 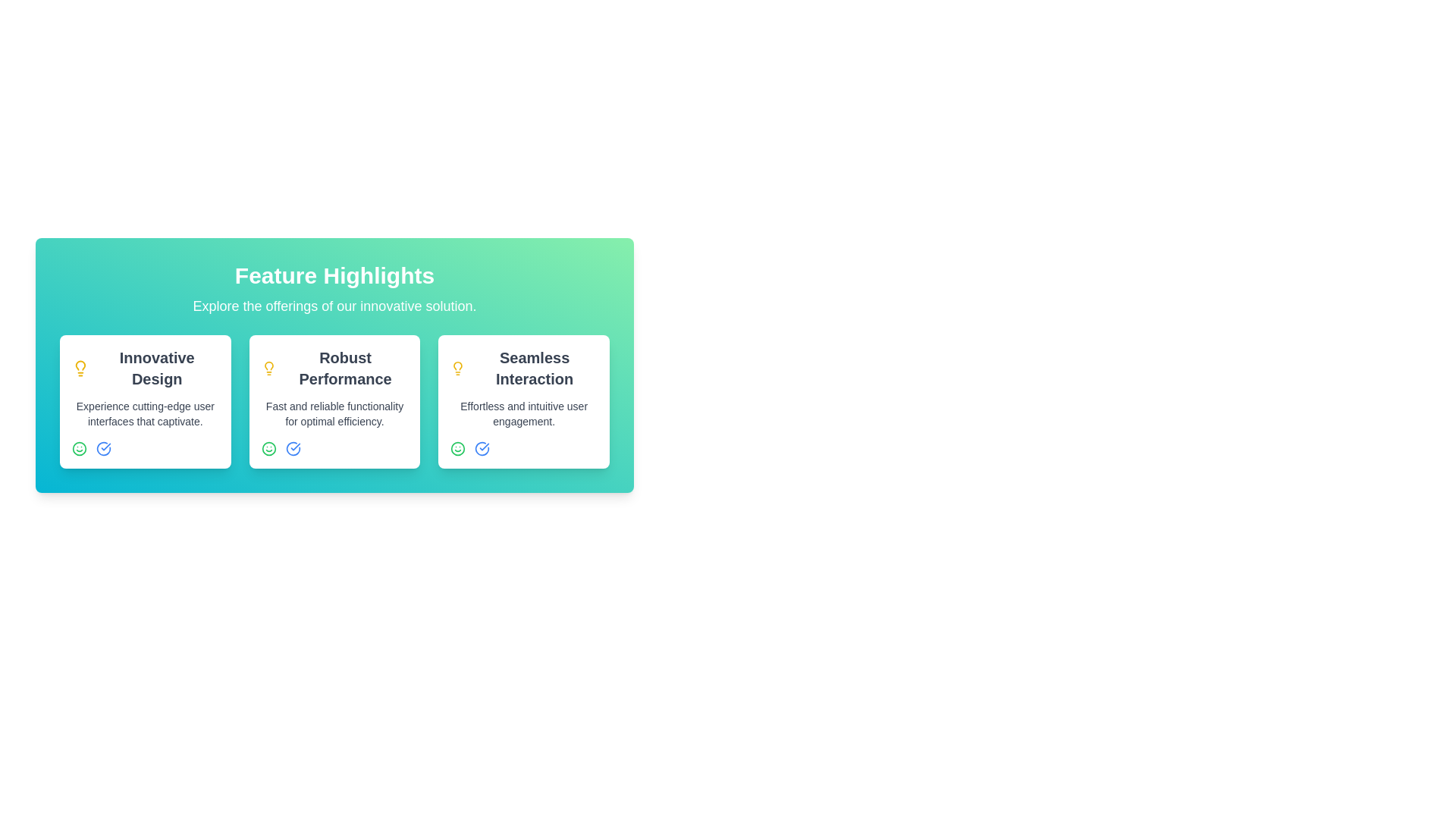 What do you see at coordinates (457, 447) in the screenshot?
I see `the Decorative SVG element, which is a circle within a smiley face icon located inside the third description card beneath the 'Seamless Interaction' title and above a blue checkmark icon` at bounding box center [457, 447].